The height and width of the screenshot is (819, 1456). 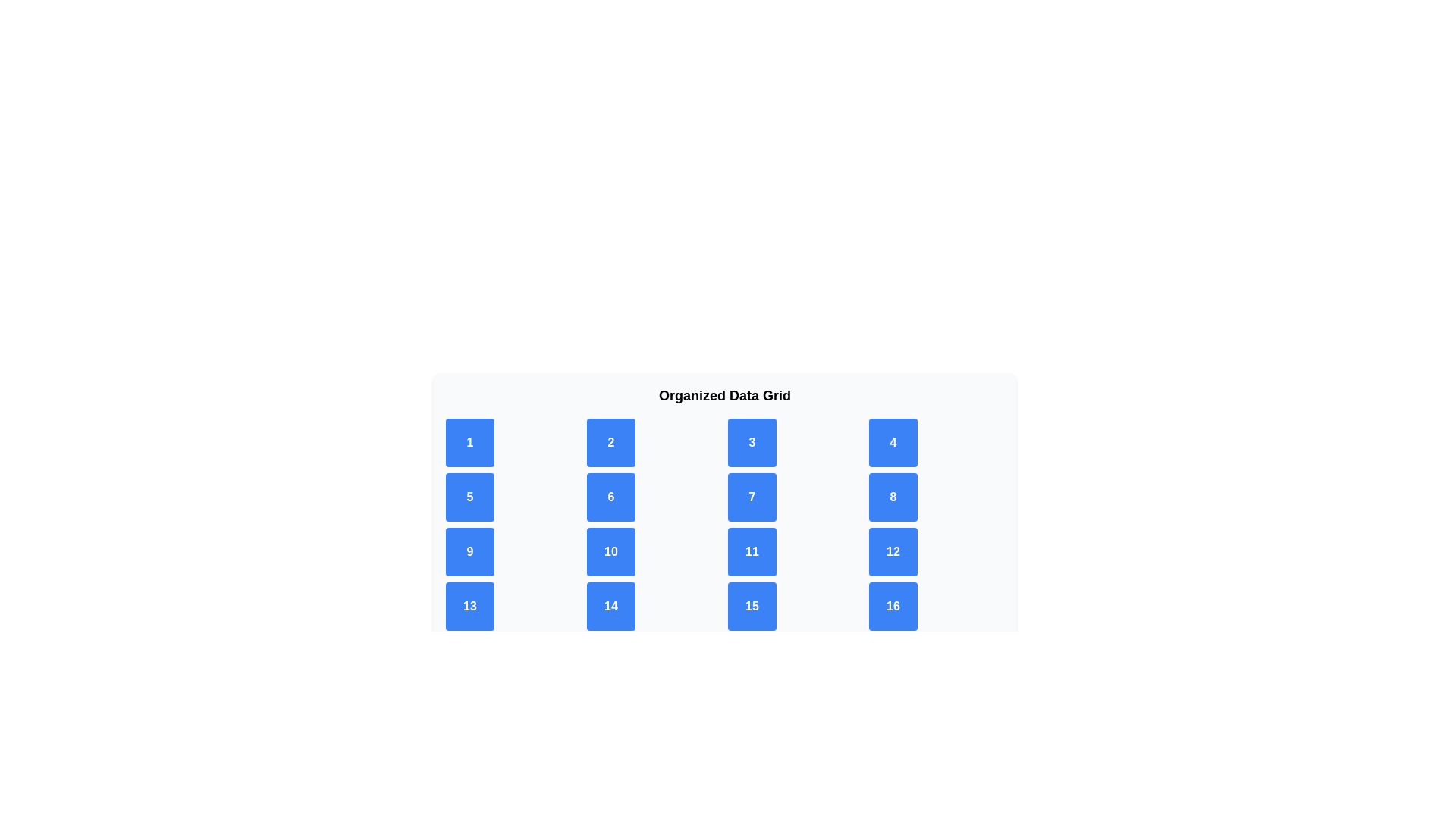 I want to click on the button located in the second row and fourth column of a 4x4 grid, positioned below the button labeled '4' and above the button labeled '12', so click(x=893, y=497).